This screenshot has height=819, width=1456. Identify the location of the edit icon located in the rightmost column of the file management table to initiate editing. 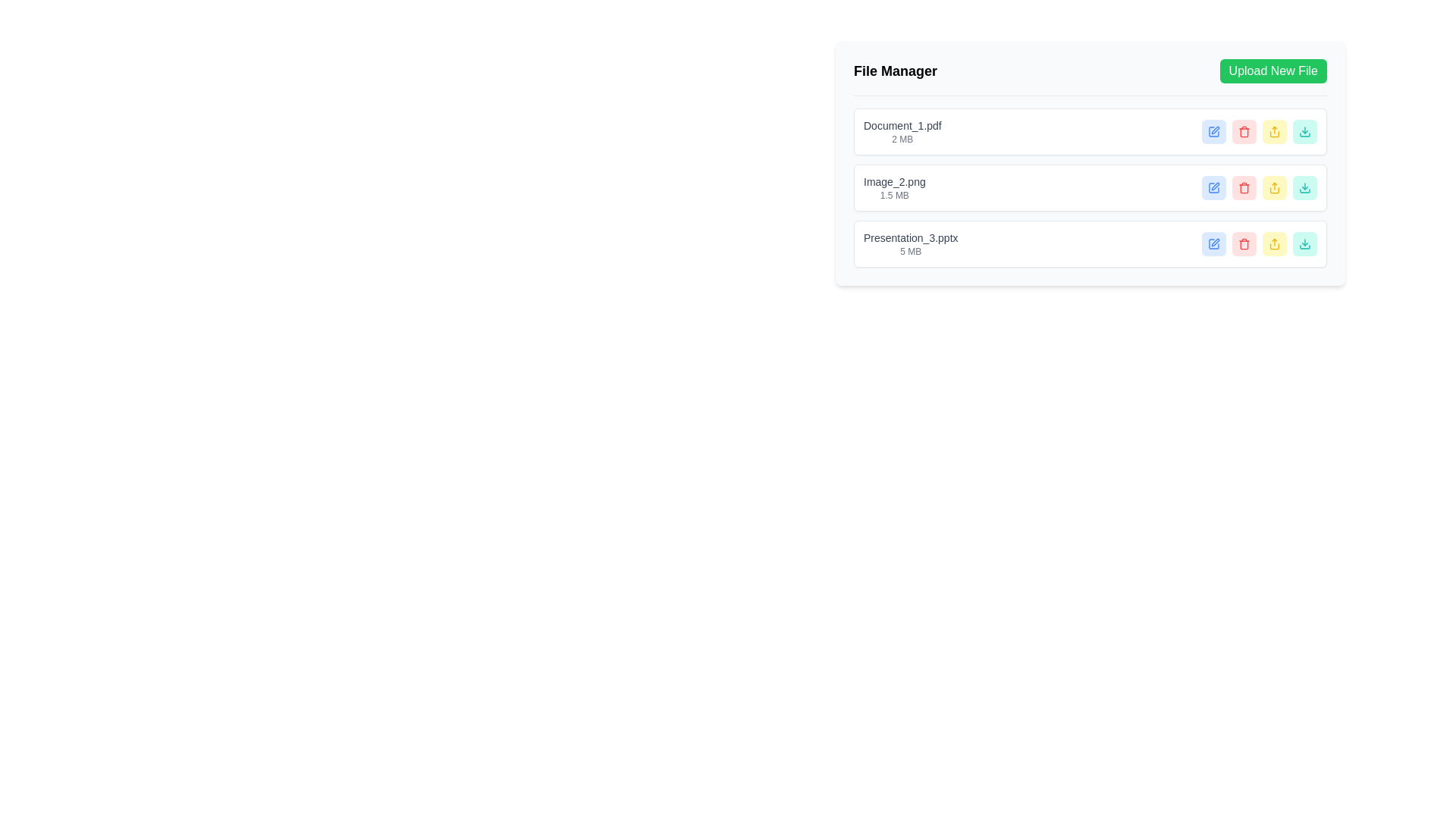
(1214, 243).